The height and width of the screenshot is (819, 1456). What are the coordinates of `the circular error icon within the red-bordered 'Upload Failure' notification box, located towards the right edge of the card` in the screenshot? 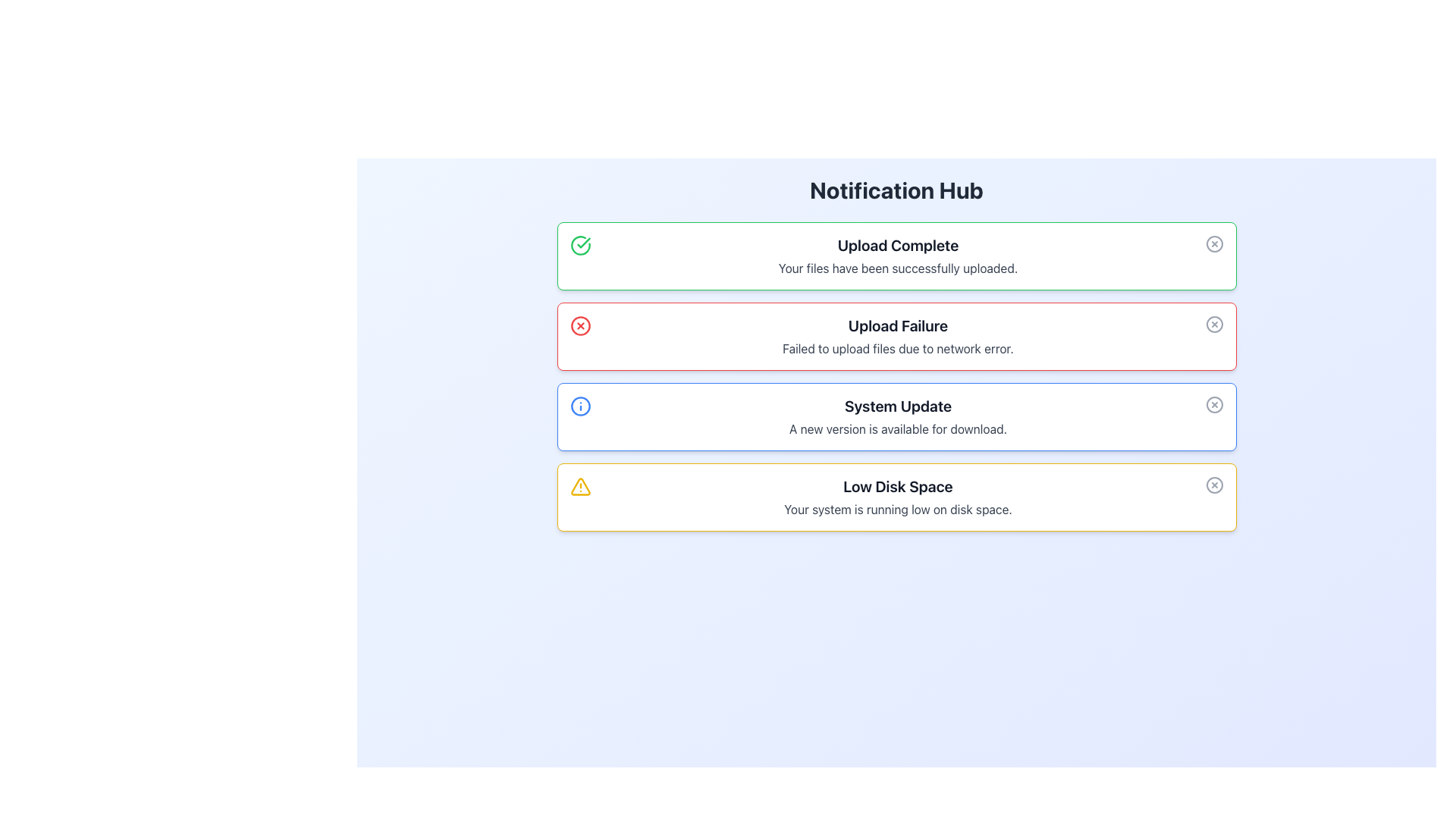 It's located at (1214, 324).